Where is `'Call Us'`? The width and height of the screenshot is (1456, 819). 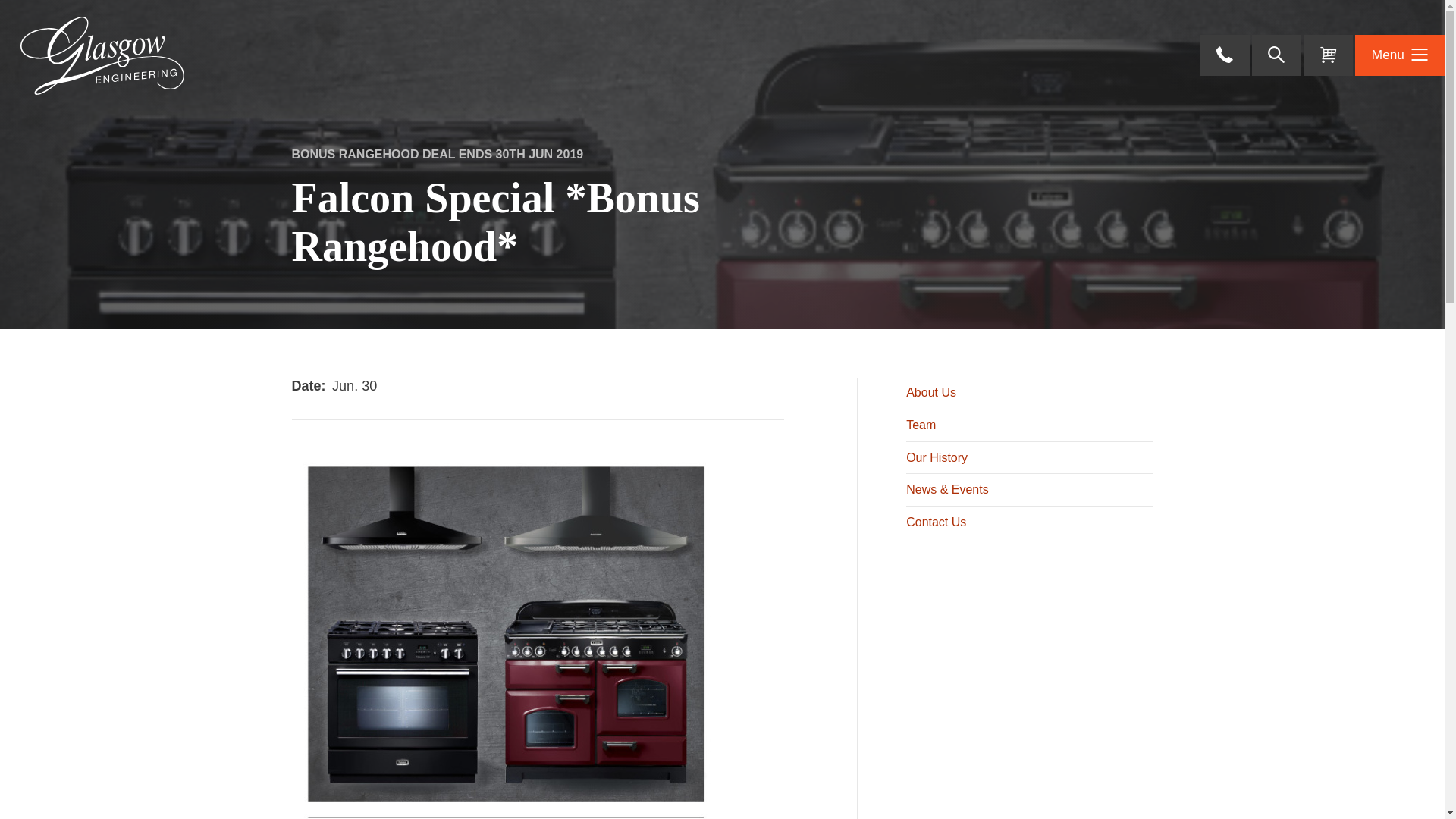
'Call Us' is located at coordinates (1225, 55).